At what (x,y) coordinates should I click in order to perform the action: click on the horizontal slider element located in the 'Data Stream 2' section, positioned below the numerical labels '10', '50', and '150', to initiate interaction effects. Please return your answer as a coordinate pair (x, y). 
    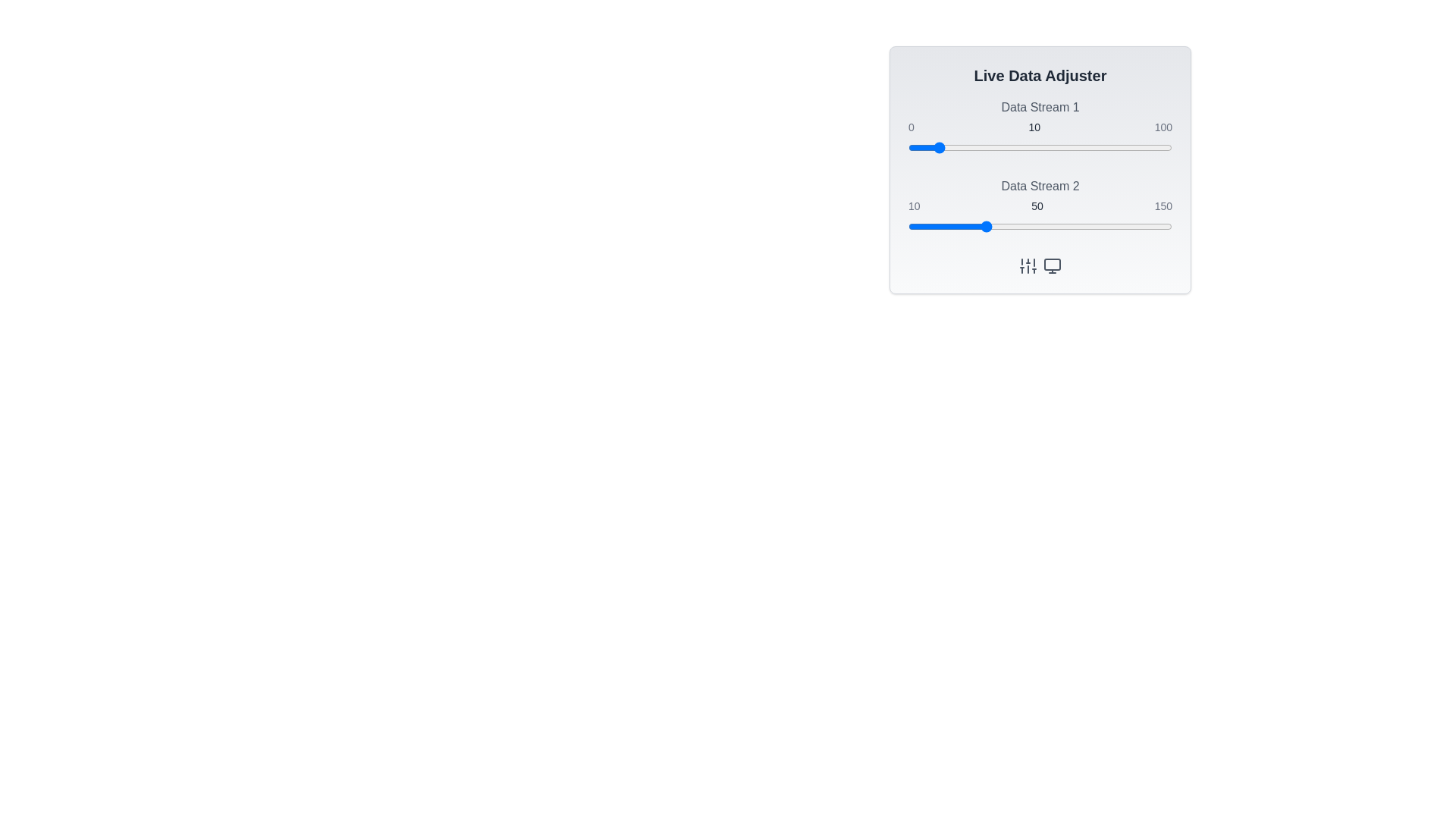
    Looking at the image, I should click on (1040, 227).